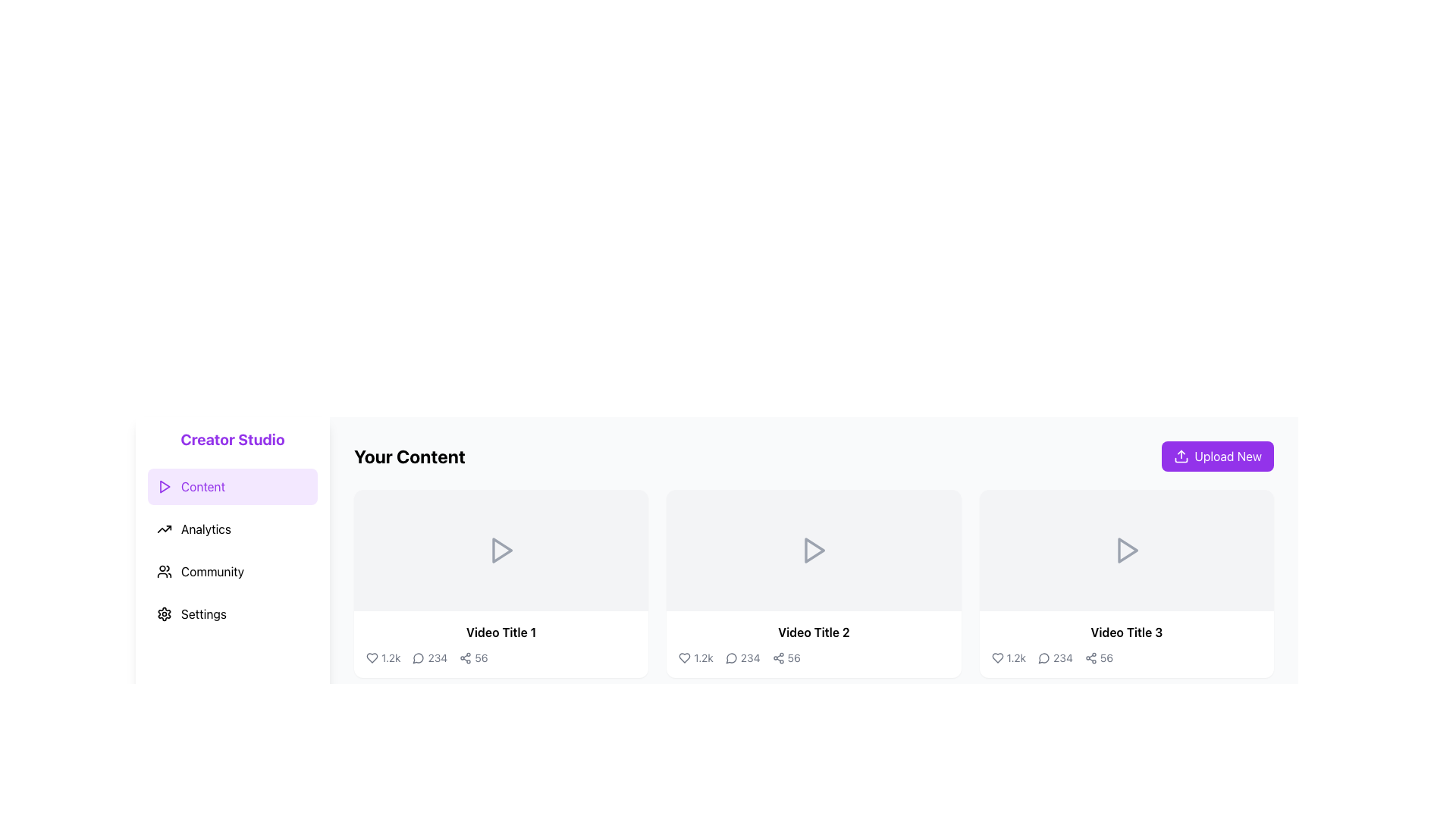 This screenshot has height=819, width=1456. I want to click on the heart icon, so click(997, 657).